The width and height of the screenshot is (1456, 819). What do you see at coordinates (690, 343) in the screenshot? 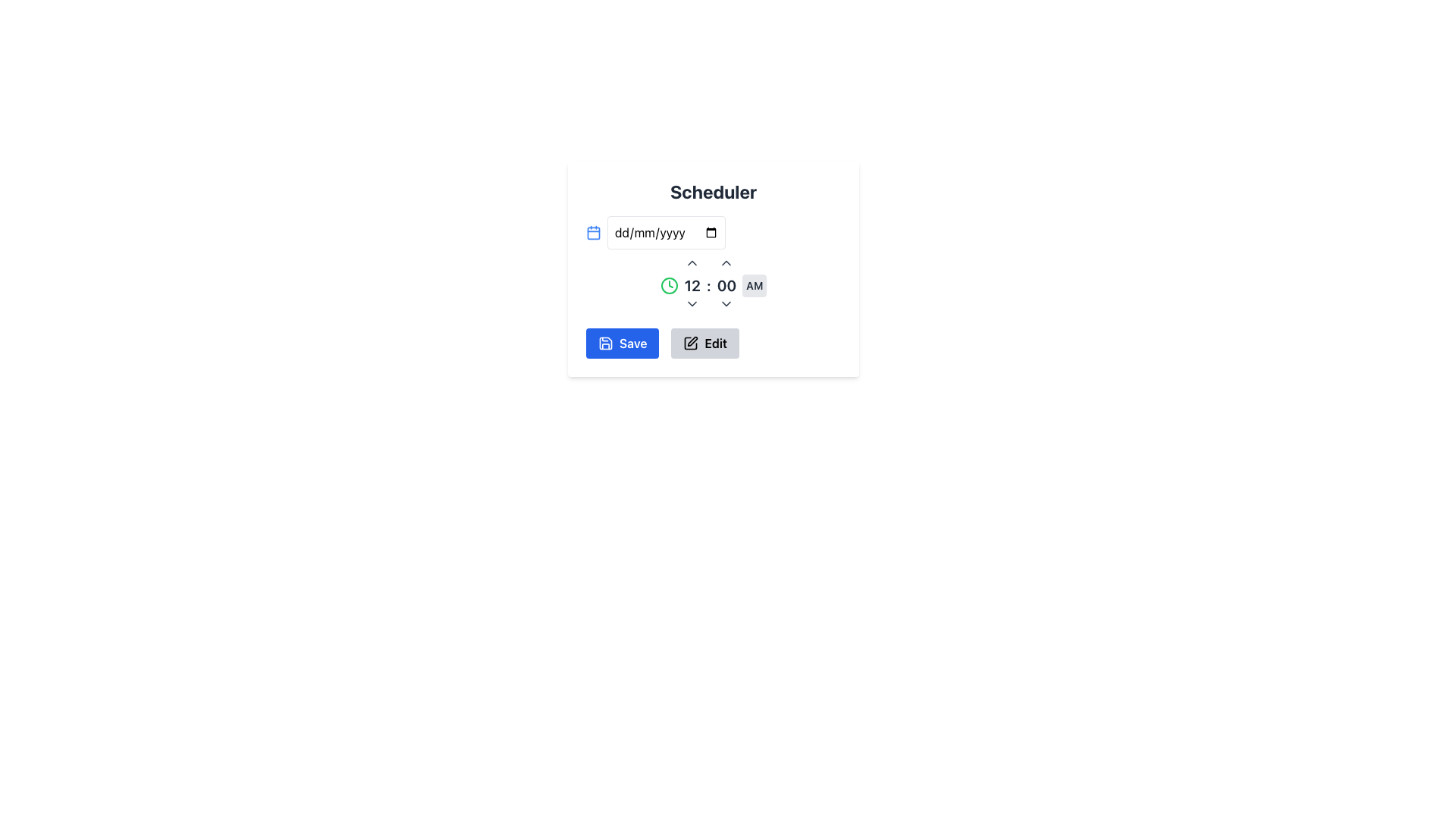
I see `the pencil icon located within the 'Edit' button in the bottom-right corner of the interface` at bounding box center [690, 343].